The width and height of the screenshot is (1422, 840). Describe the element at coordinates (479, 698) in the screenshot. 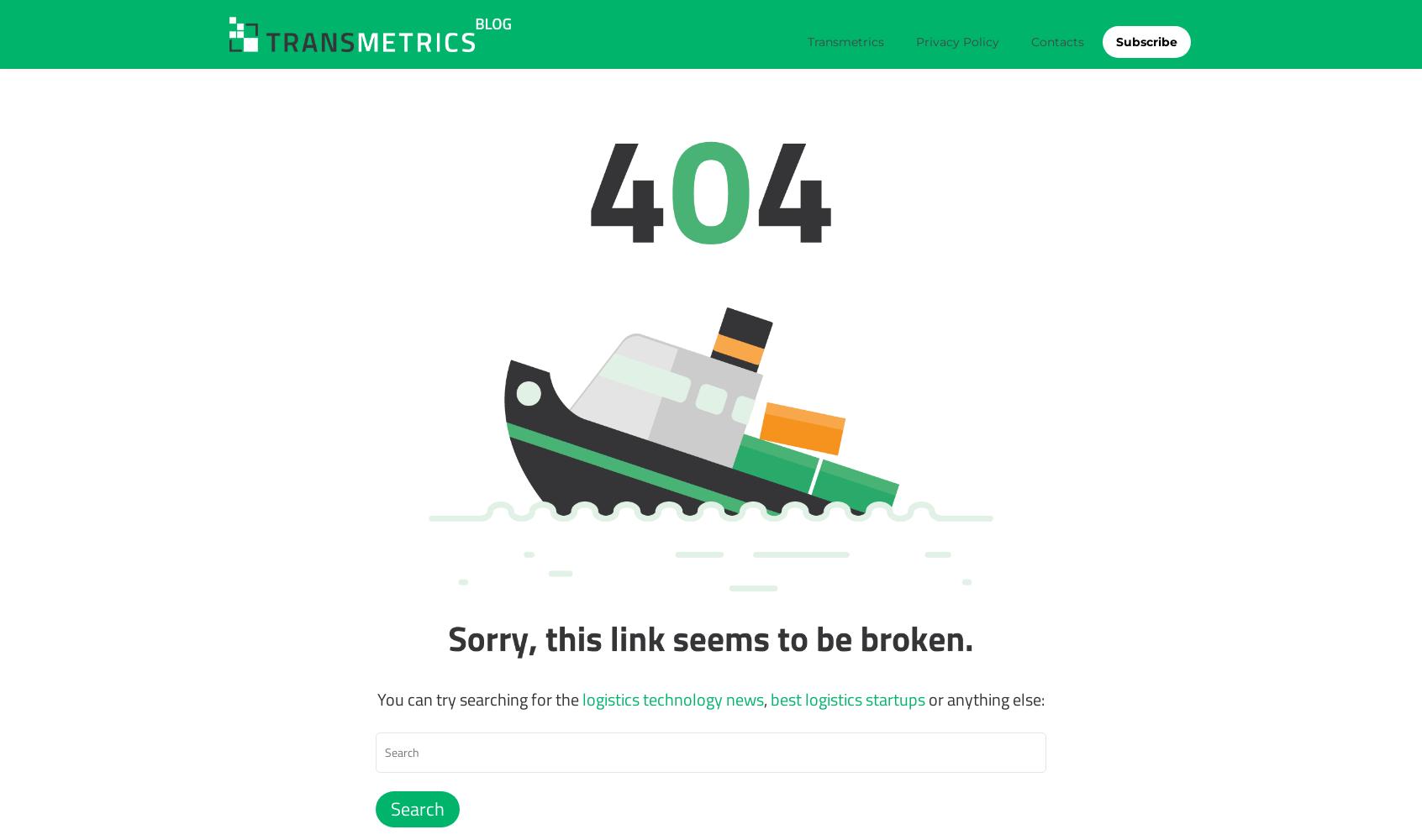

I see `'You can try searching for the'` at that location.